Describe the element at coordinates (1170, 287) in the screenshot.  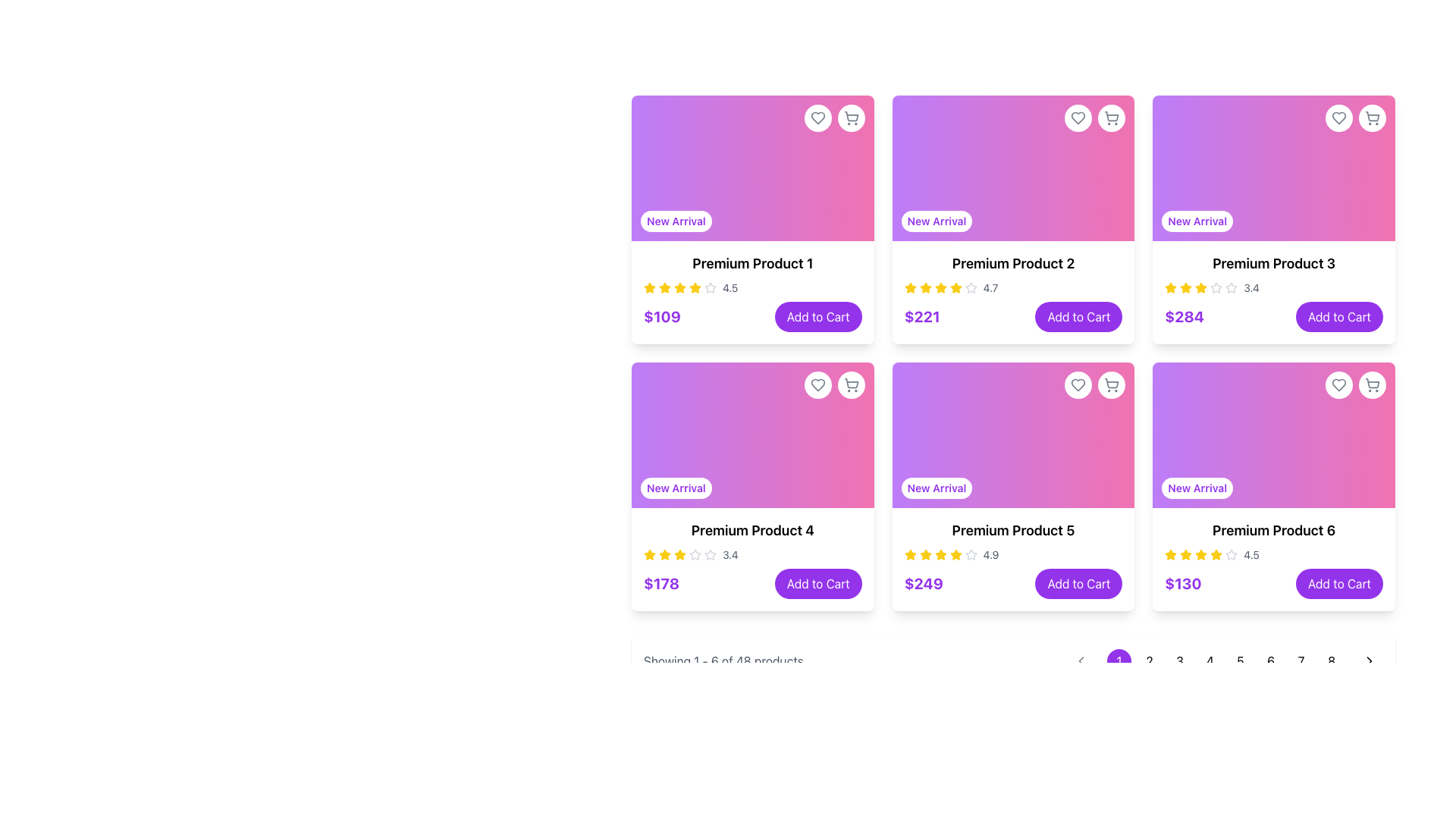
I see `the yellow filled star icon representing user rating located underneath the product name in the third product card of the list` at that location.